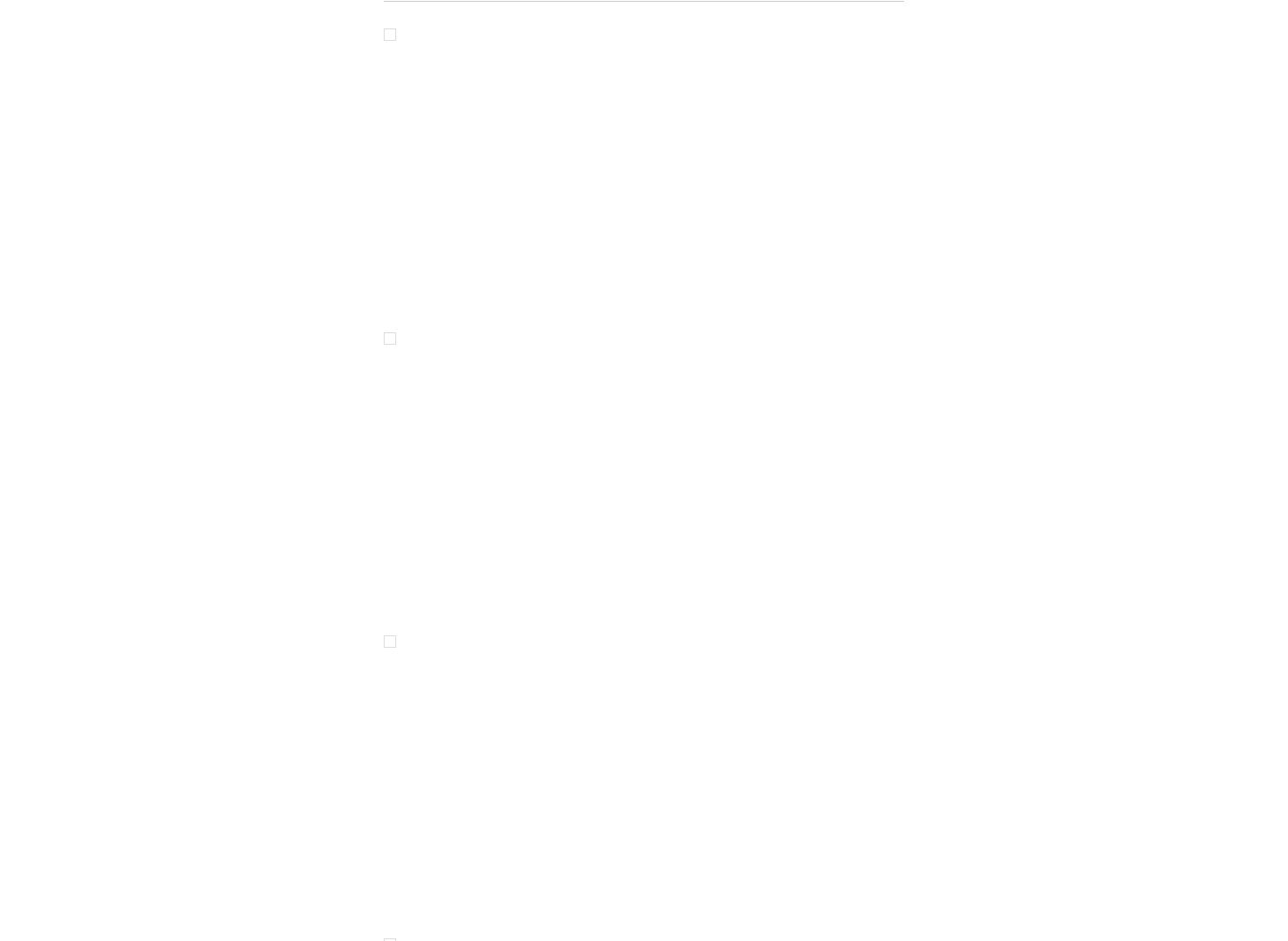  I want to click on 'CLASSICAL APPLICATIONS', so click(450, 315).